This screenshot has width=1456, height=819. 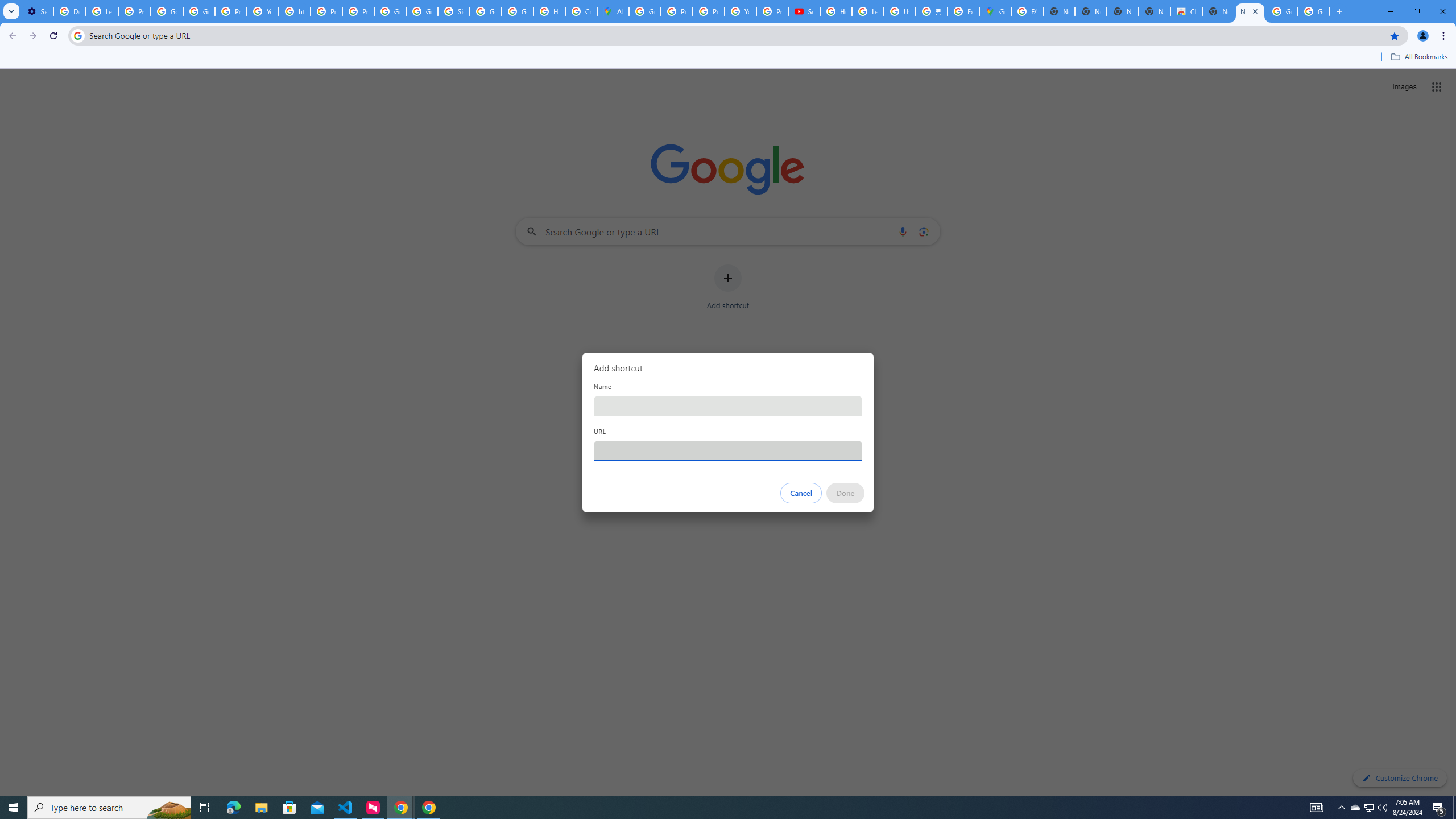 What do you see at coordinates (198, 11) in the screenshot?
I see `'Google Account Help'` at bounding box center [198, 11].